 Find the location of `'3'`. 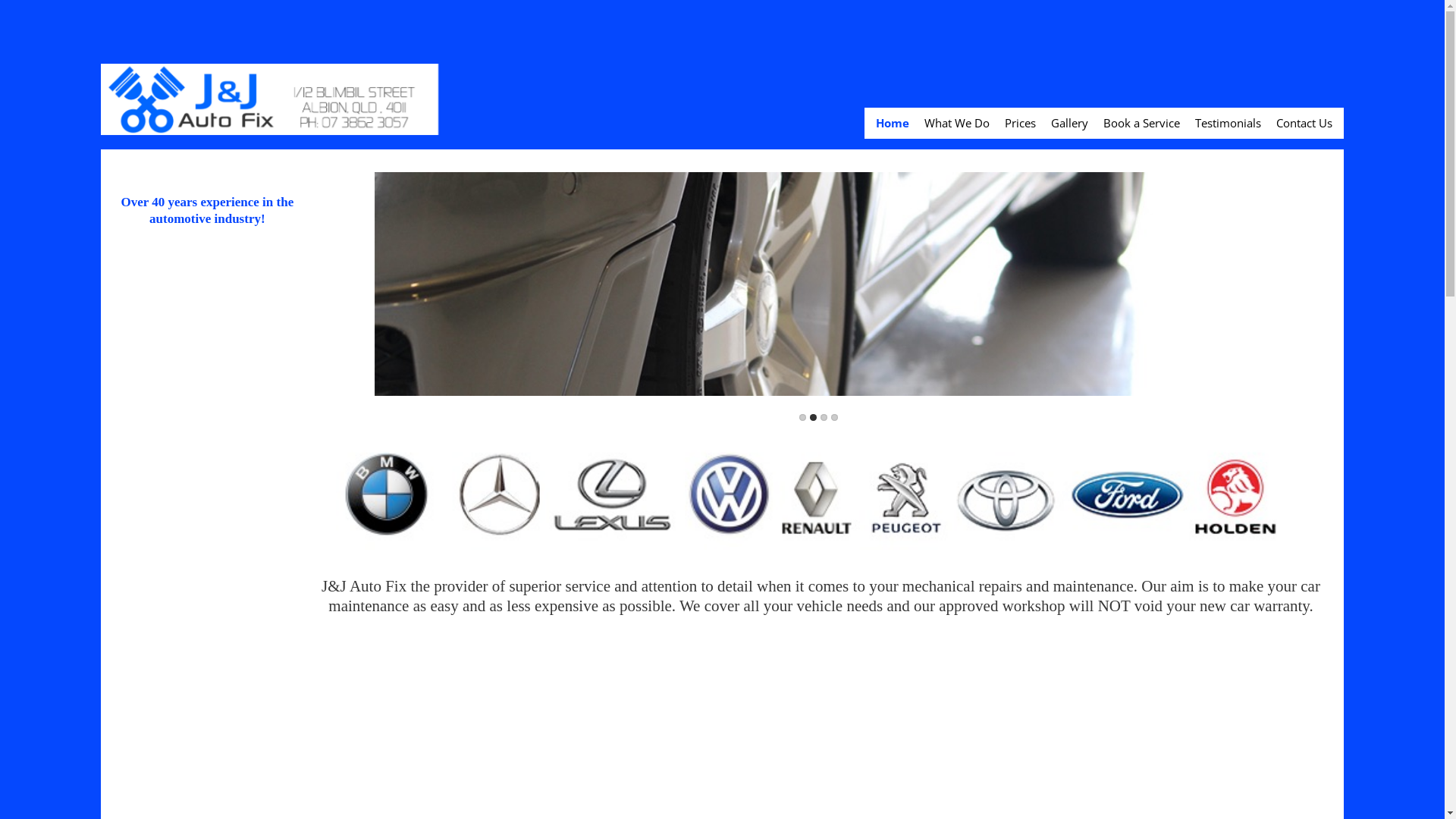

'3' is located at coordinates (823, 417).